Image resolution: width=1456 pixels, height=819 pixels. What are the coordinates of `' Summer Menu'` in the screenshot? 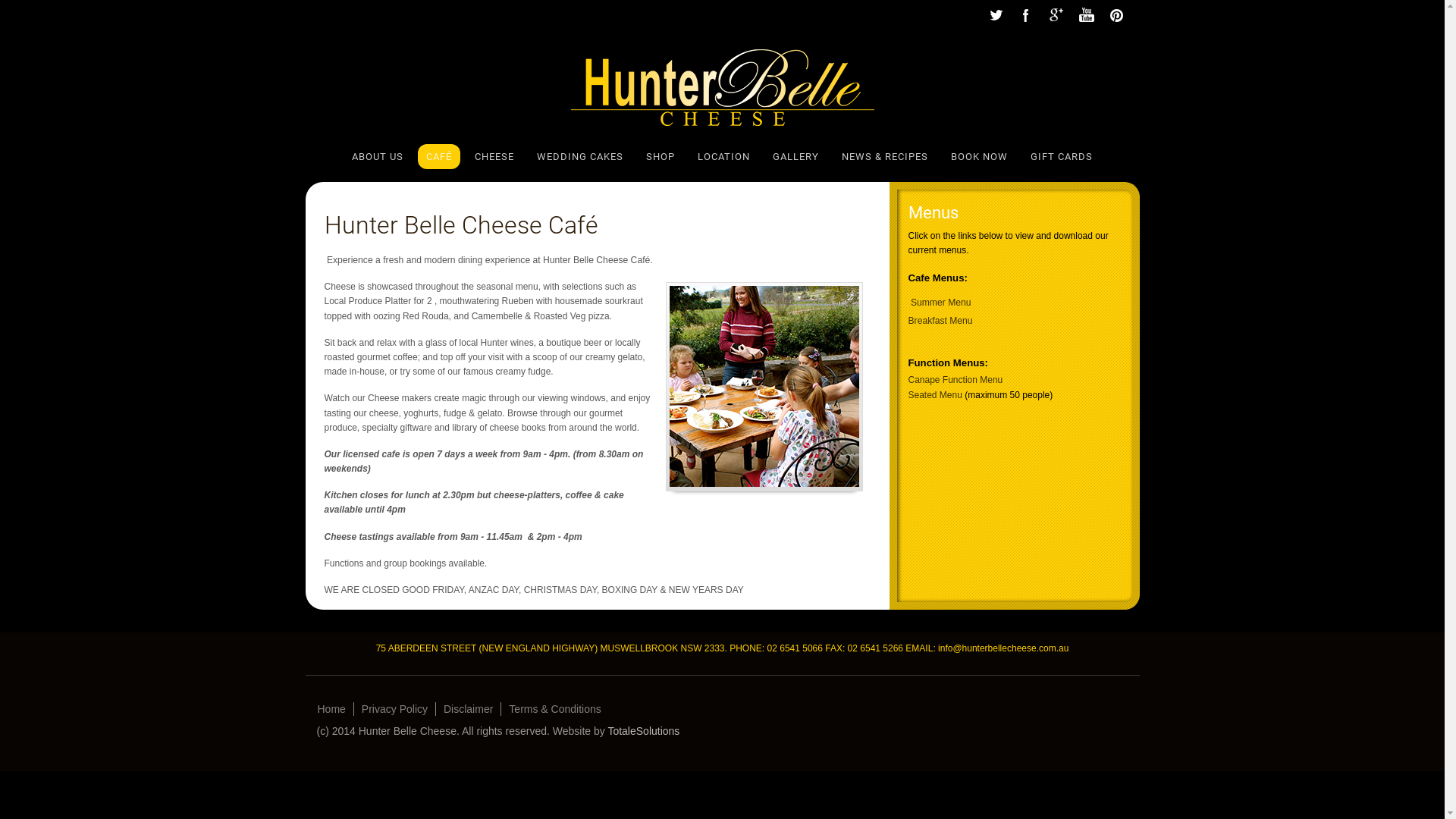 It's located at (908, 302).